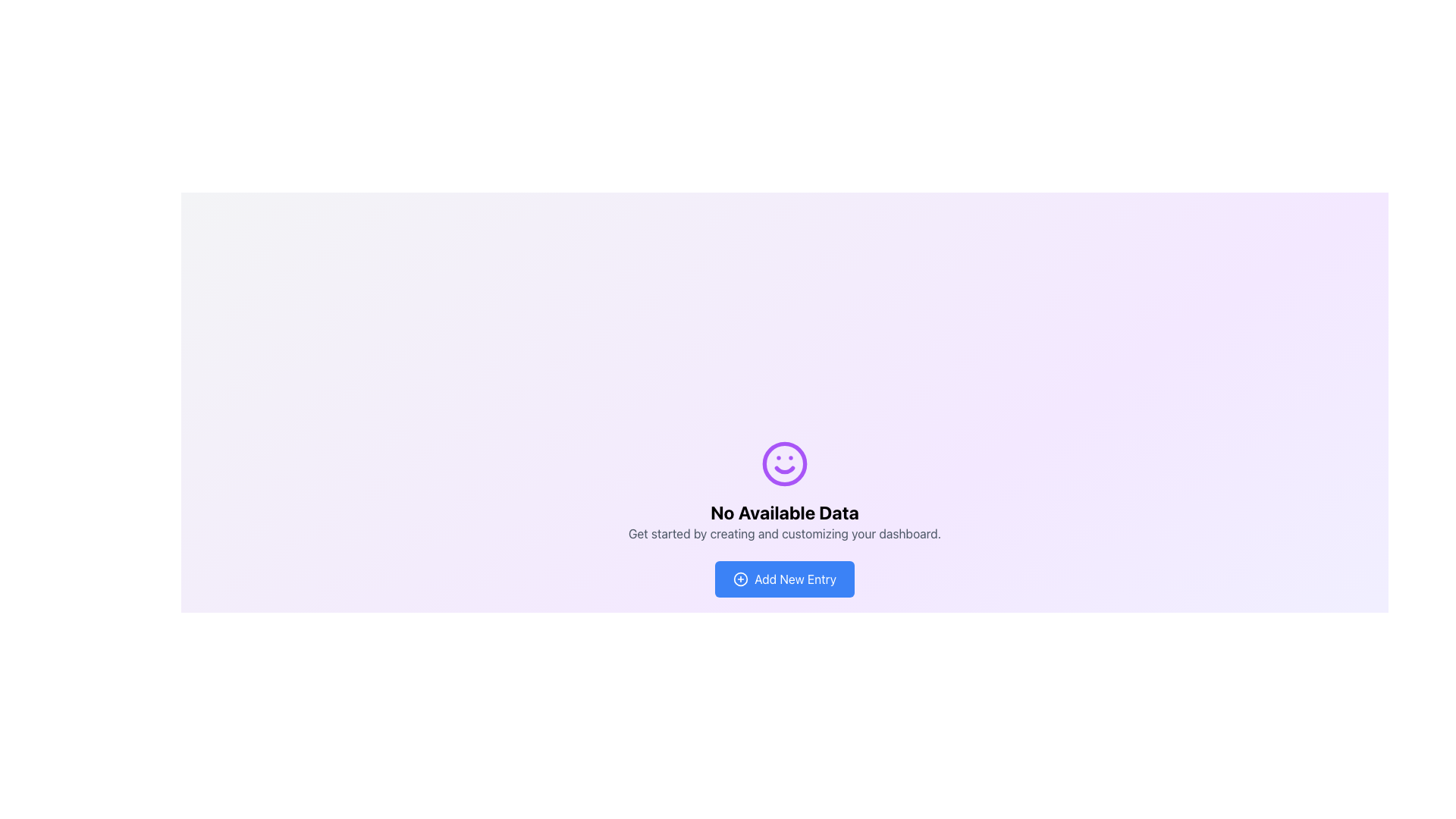 The width and height of the screenshot is (1456, 819). Describe the element at coordinates (785, 579) in the screenshot. I see `the button that initiates adding a new entry, located directly below the 'Get started by creating and customizing your dashboard.' text` at that location.